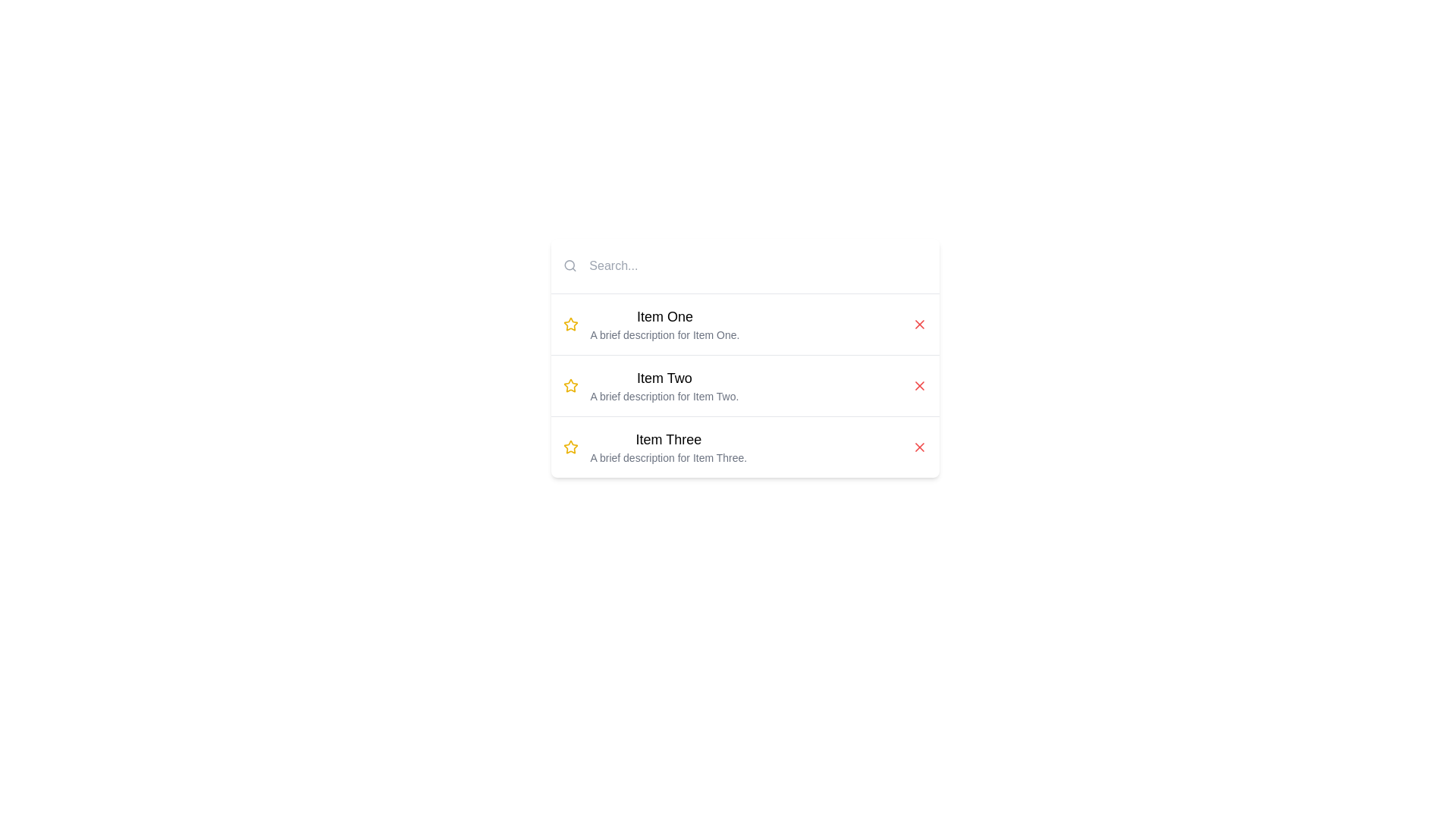 The height and width of the screenshot is (819, 1456). I want to click on the icon to the left of the text 'Item Two', so click(570, 385).